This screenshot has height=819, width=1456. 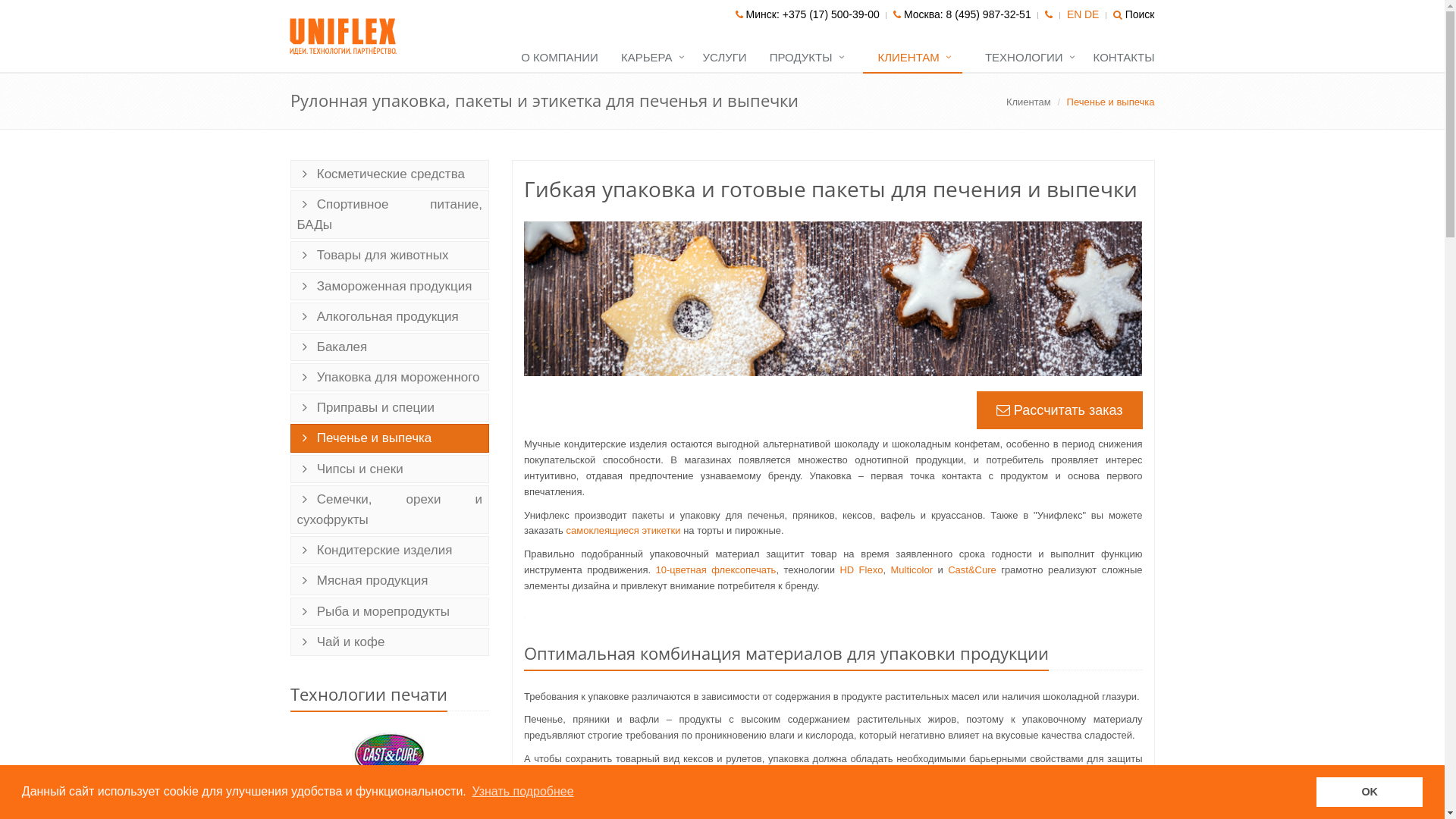 I want to click on '8 (495) 987-32-51', so click(x=989, y=14).